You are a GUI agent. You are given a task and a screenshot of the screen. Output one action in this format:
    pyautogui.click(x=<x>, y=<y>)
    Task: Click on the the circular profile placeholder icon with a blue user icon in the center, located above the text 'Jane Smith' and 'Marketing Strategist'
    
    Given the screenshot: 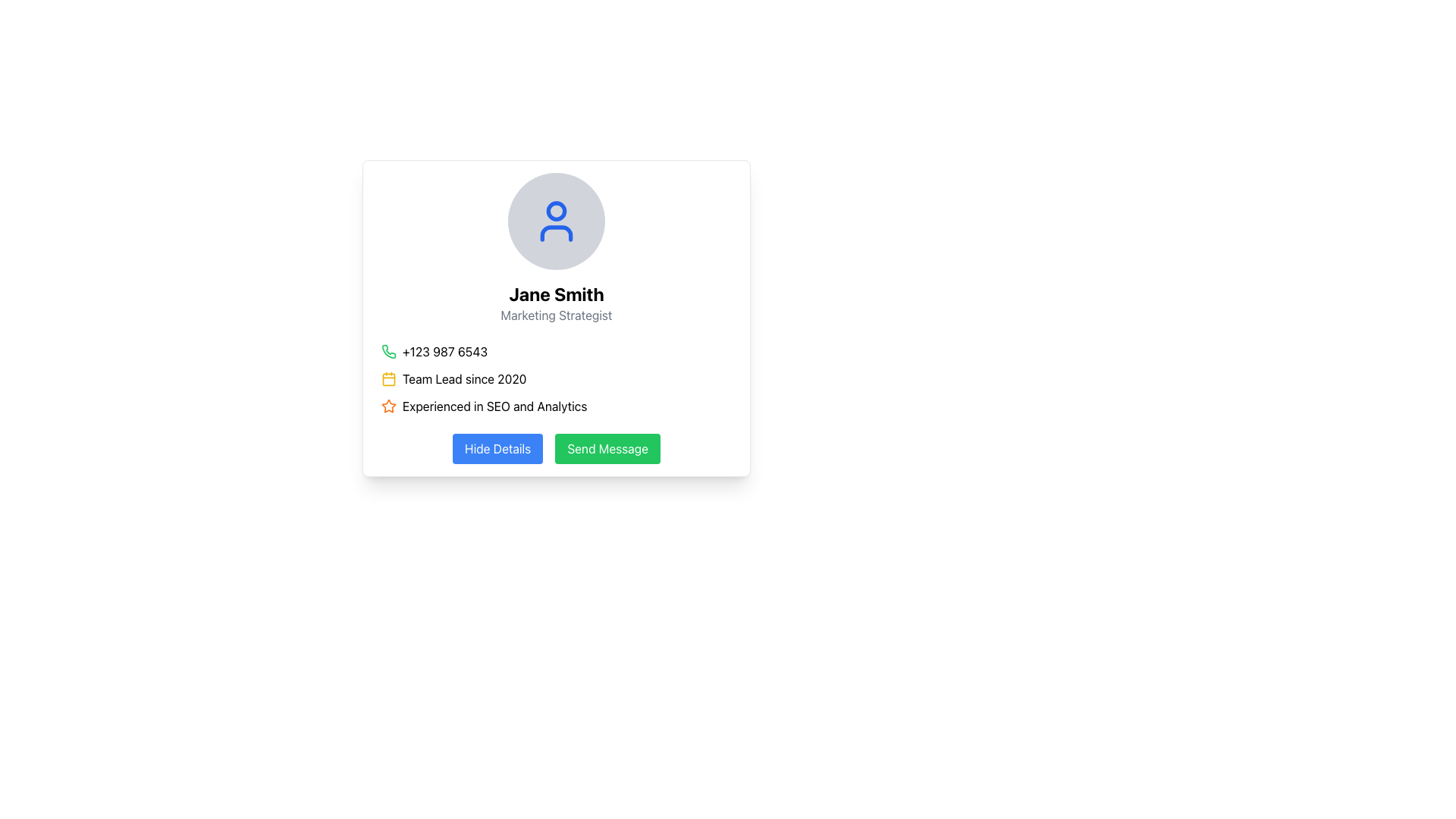 What is the action you would take?
    pyautogui.click(x=556, y=221)
    